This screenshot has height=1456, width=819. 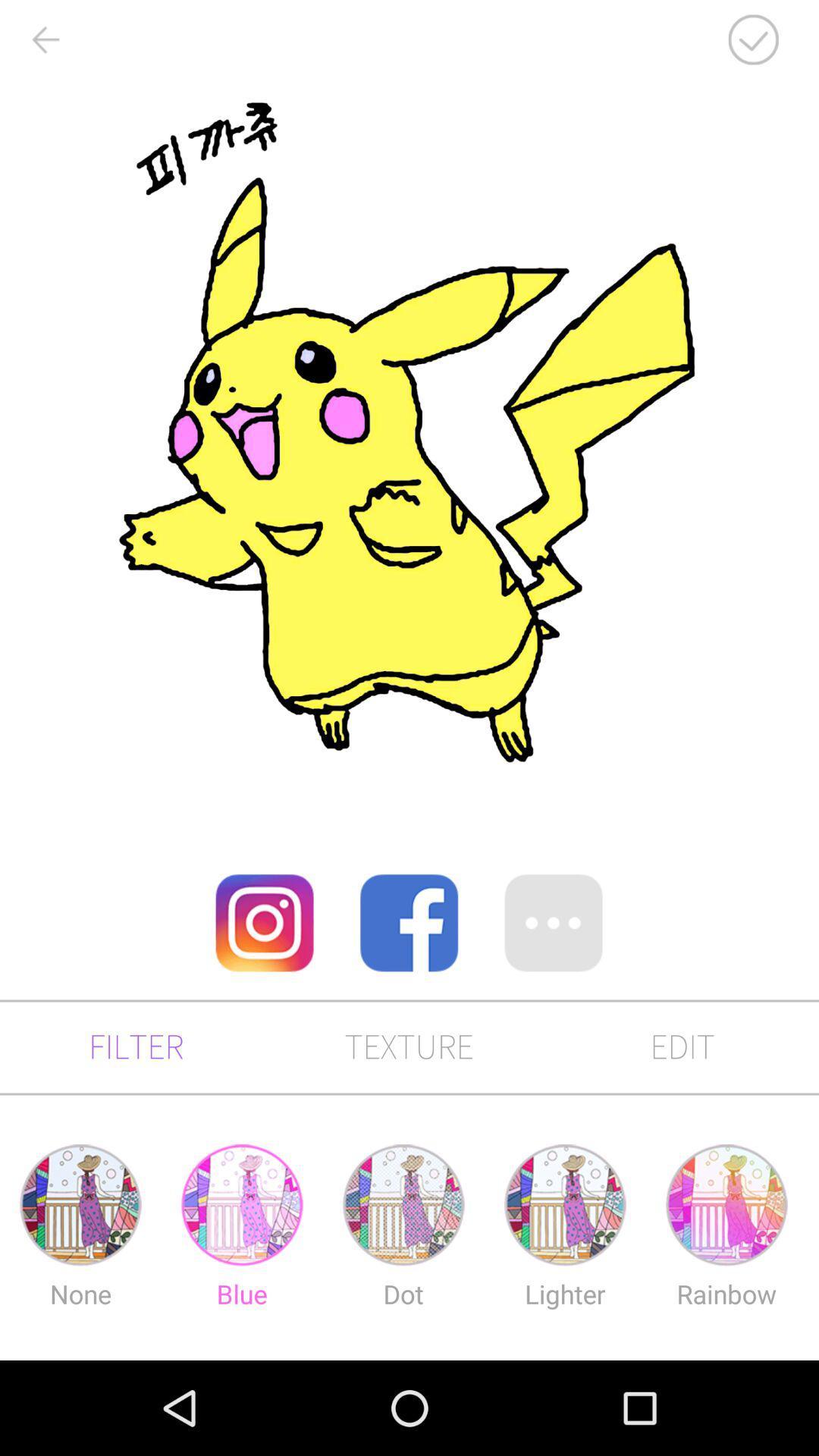 I want to click on other social media apps, so click(x=554, y=922).